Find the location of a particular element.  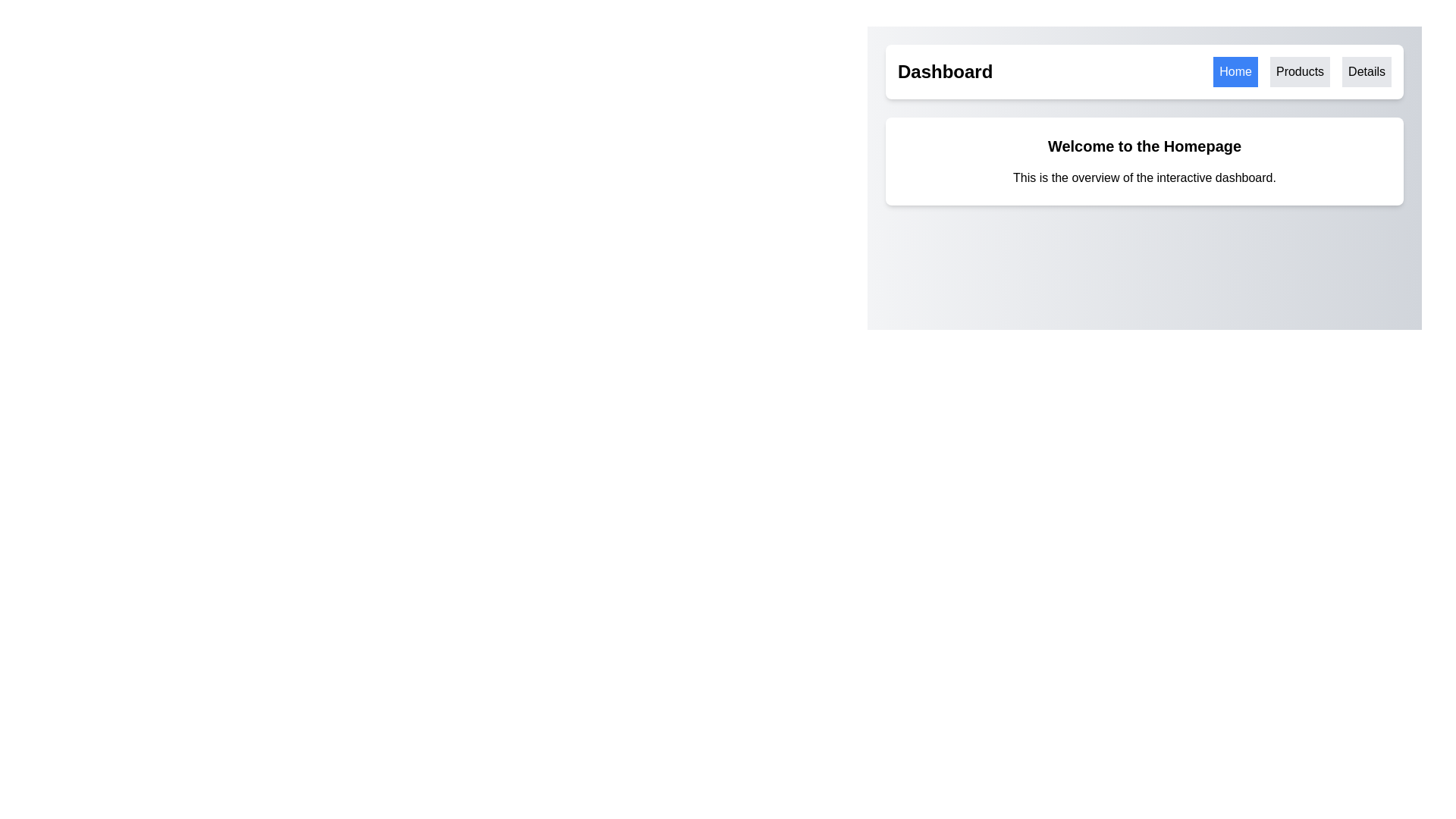

the 'Details' button in the upper-right navigation bar is located at coordinates (1367, 72).